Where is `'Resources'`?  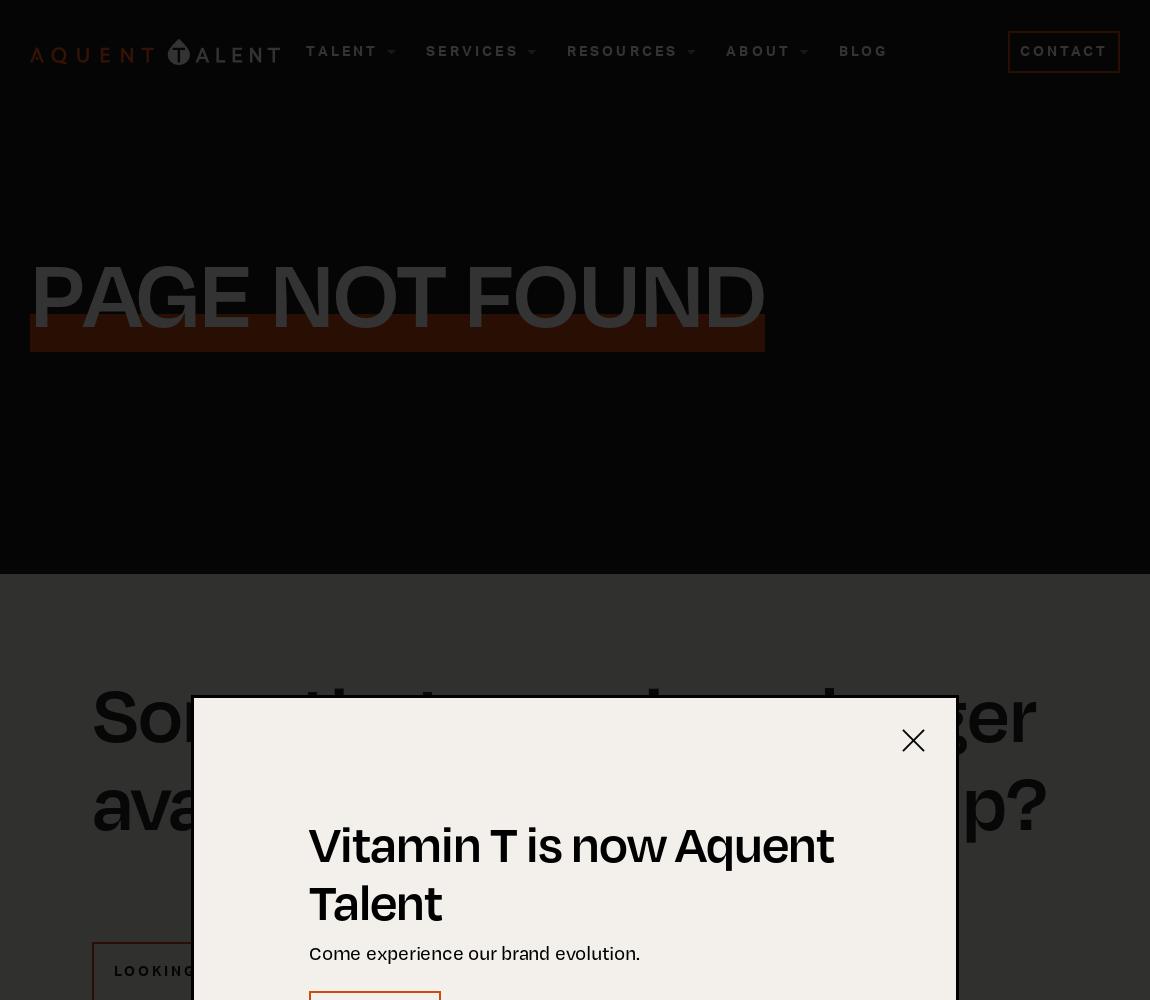 'Resources' is located at coordinates (566, 52).